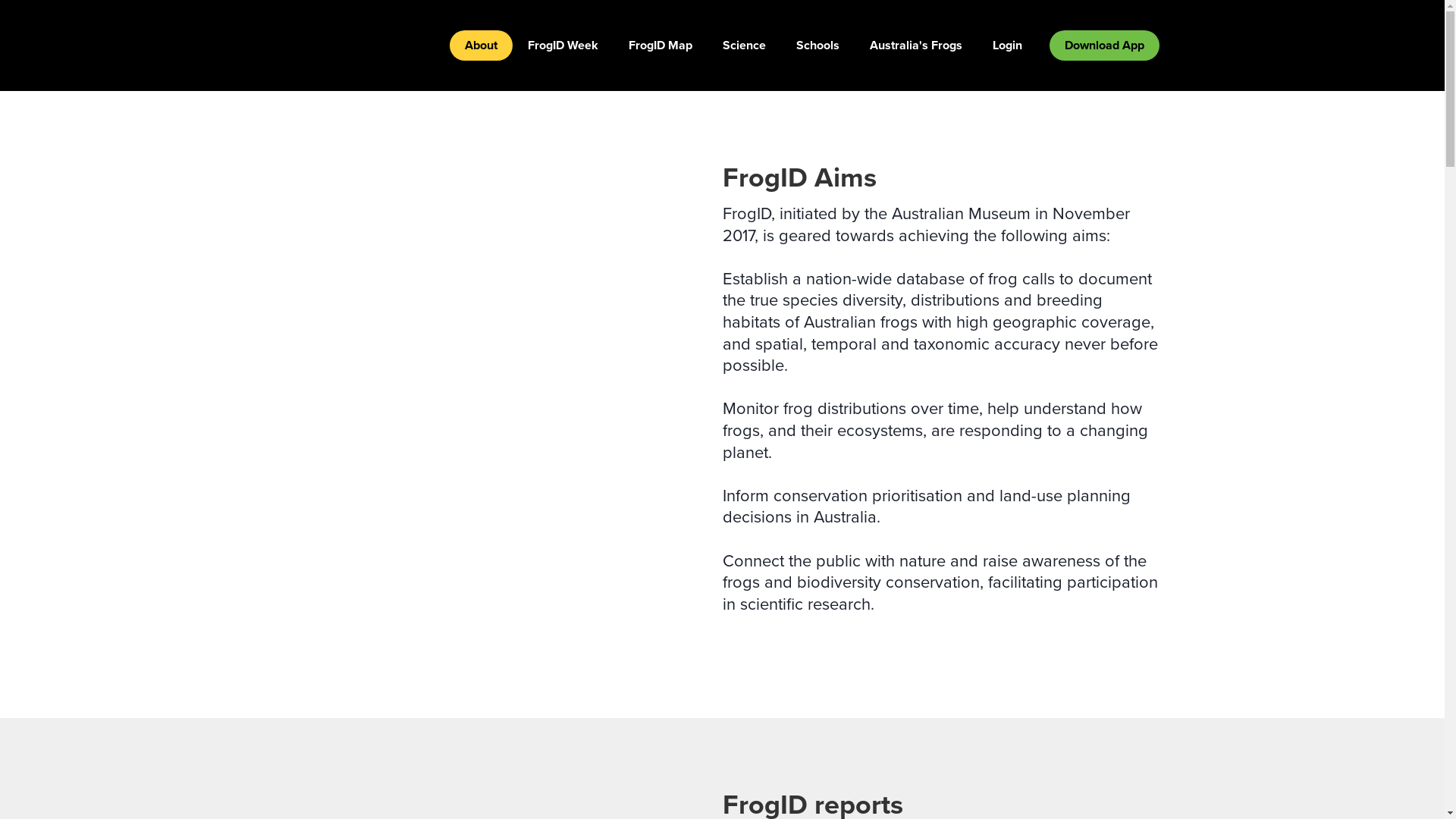 The image size is (1456, 819). Describe the element at coordinates (1006, 45) in the screenshot. I see `'Login'` at that location.